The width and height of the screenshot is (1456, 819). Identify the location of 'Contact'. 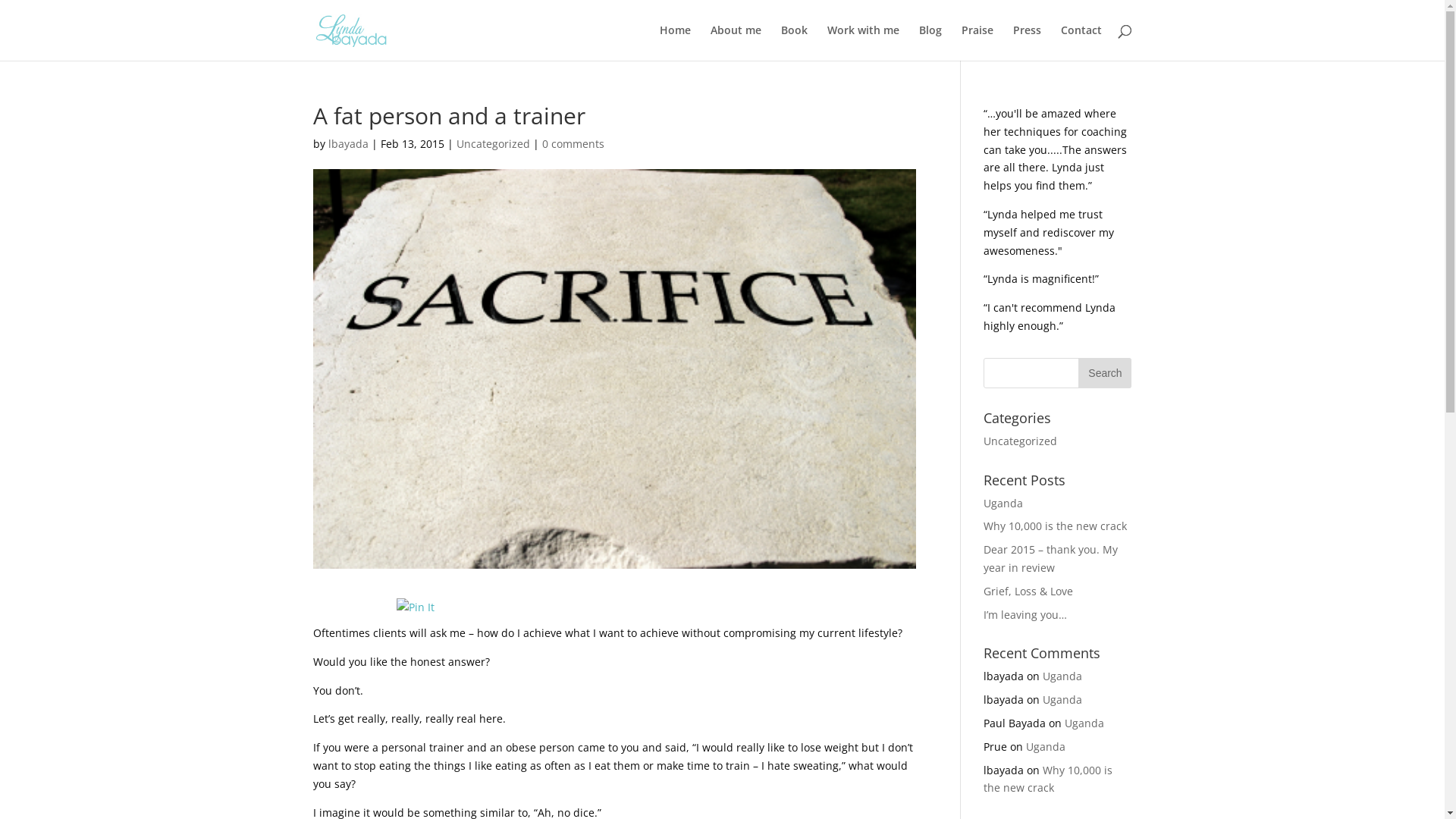
(1059, 42).